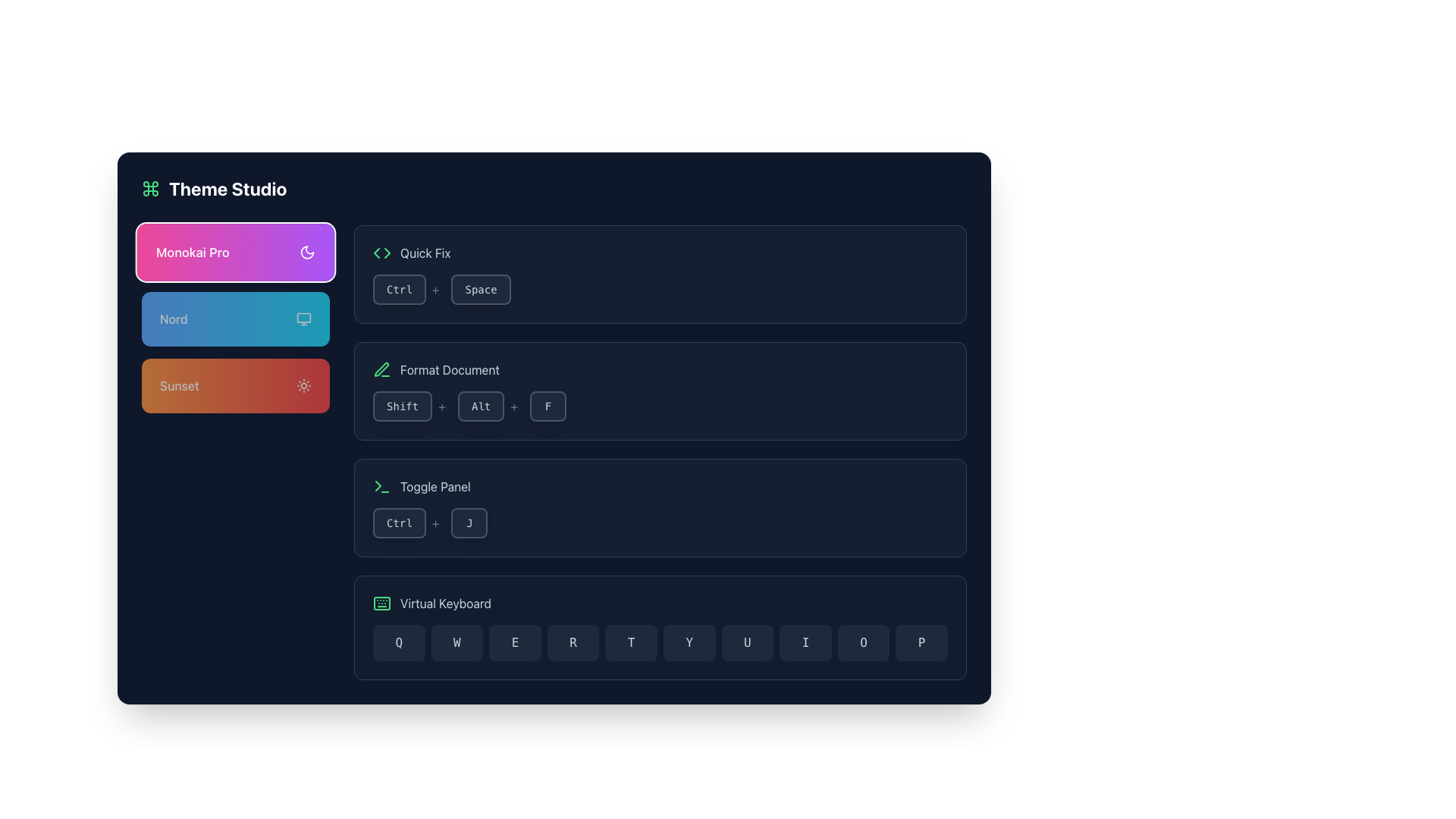 Image resolution: width=1456 pixels, height=819 pixels. Describe the element at coordinates (403, 406) in the screenshot. I see `the non-interactive visual representation of the 'Shift' key button in the 'Format Document' section, which is the first button in a group of two, serving as a hint or guide` at that location.